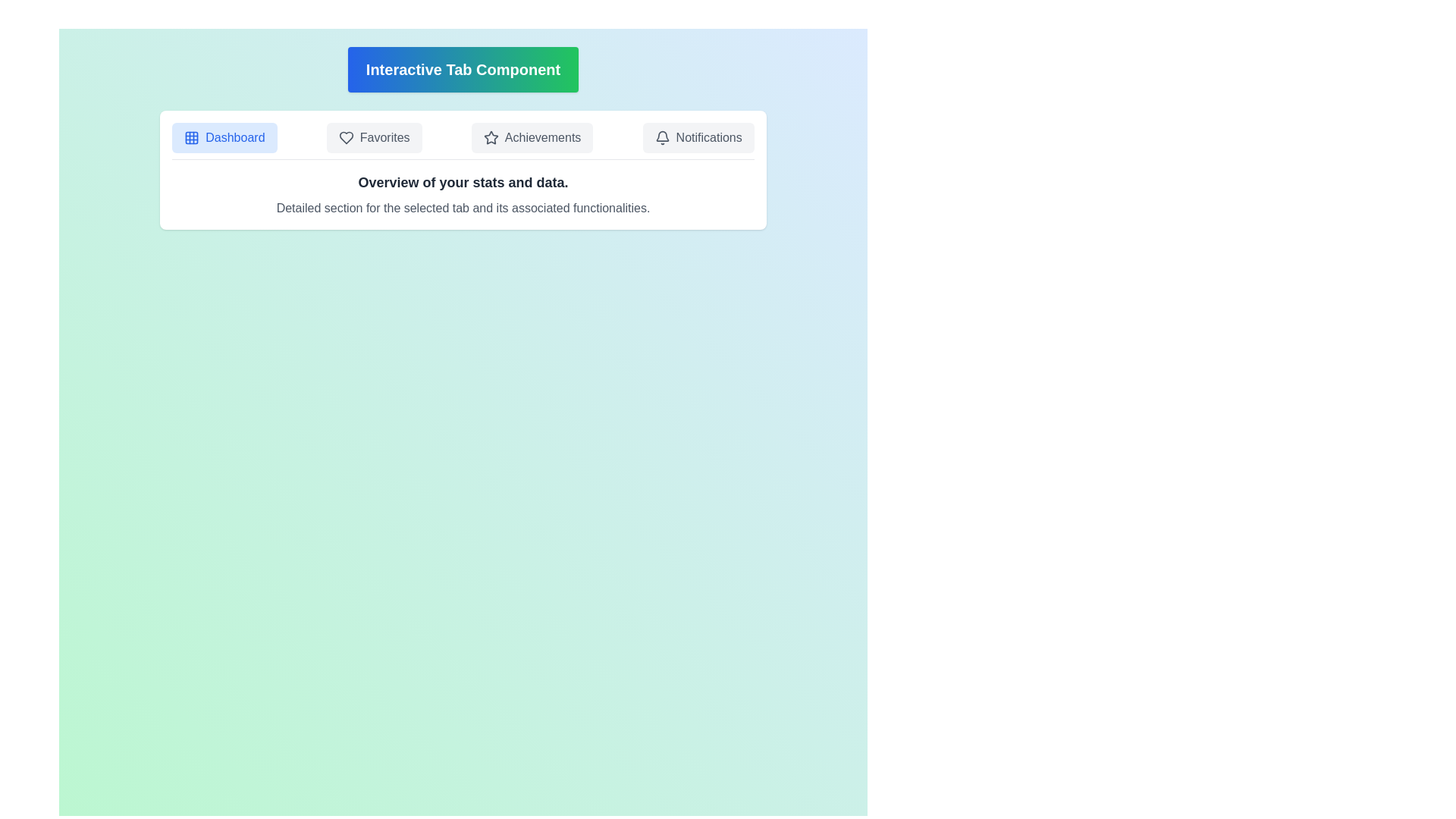  Describe the element at coordinates (532, 137) in the screenshot. I see `the tab labeled Achievements to view its associated content` at that location.